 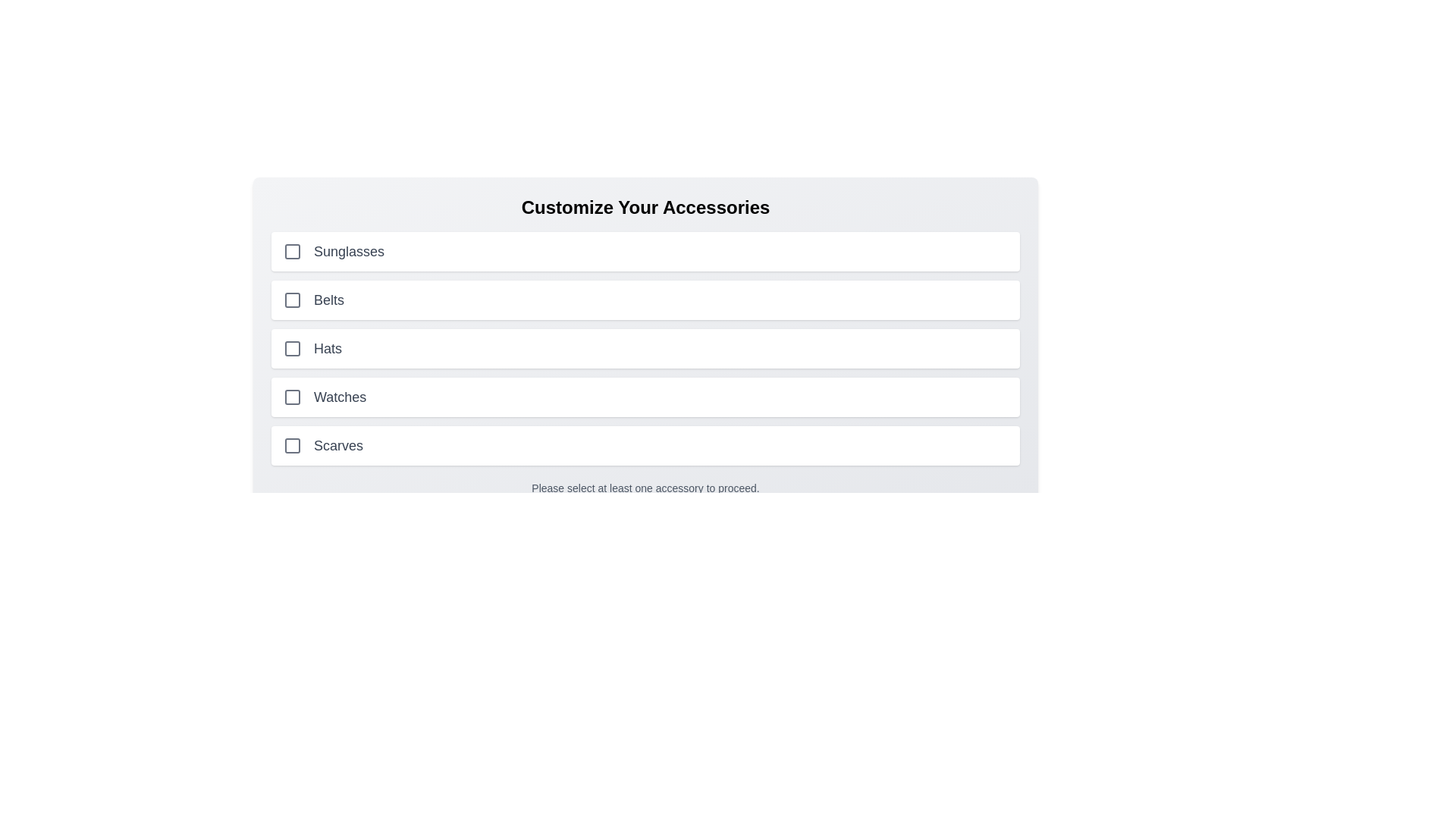 What do you see at coordinates (292, 250) in the screenshot?
I see `the inner rectangle within the SVG icon representing the checkbox for 'Sunglasses'` at bounding box center [292, 250].